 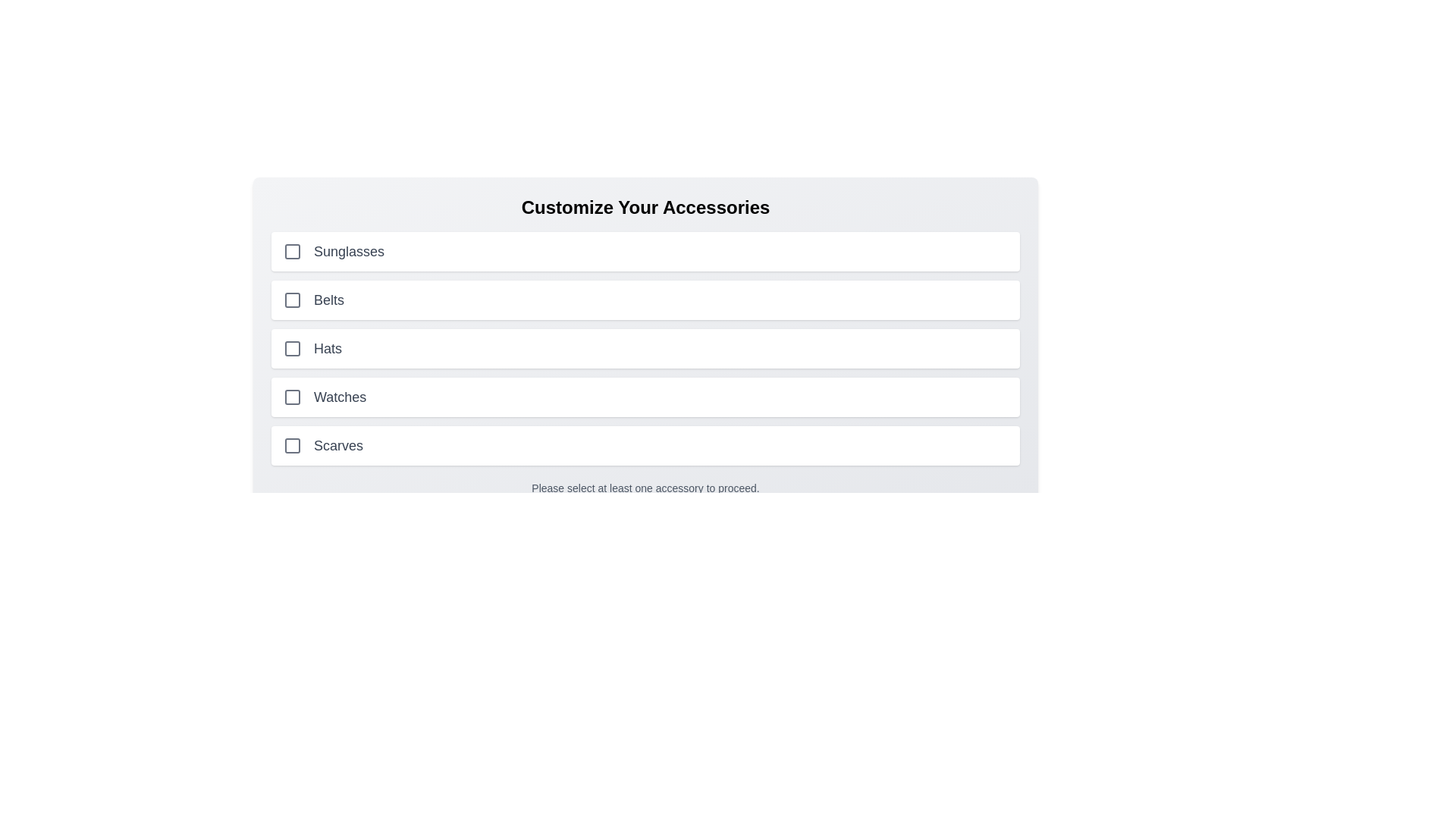 What do you see at coordinates (292, 250) in the screenshot?
I see `the inner rectangle within the SVG icon representing the checkbox for 'Sunglasses'` at bounding box center [292, 250].